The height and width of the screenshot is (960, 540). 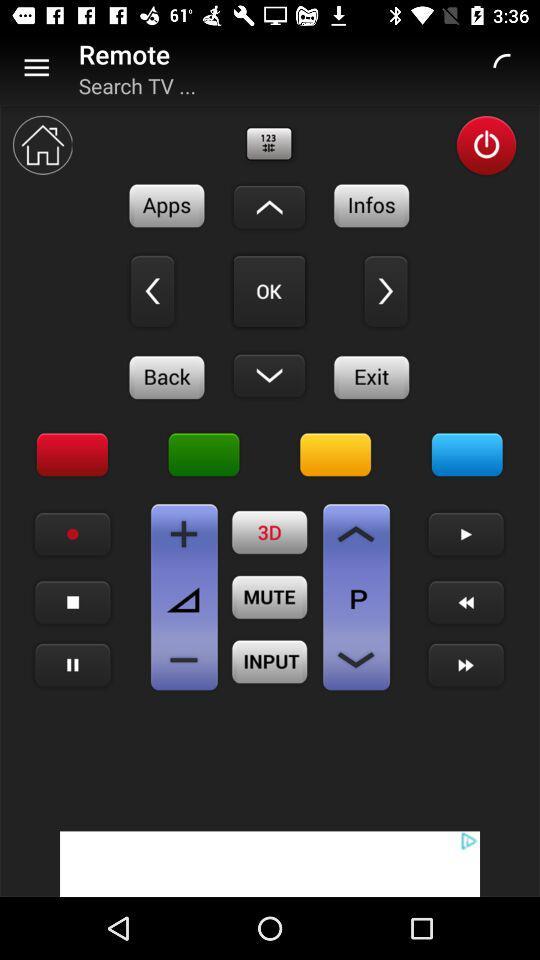 What do you see at coordinates (355, 659) in the screenshot?
I see `simple page` at bounding box center [355, 659].